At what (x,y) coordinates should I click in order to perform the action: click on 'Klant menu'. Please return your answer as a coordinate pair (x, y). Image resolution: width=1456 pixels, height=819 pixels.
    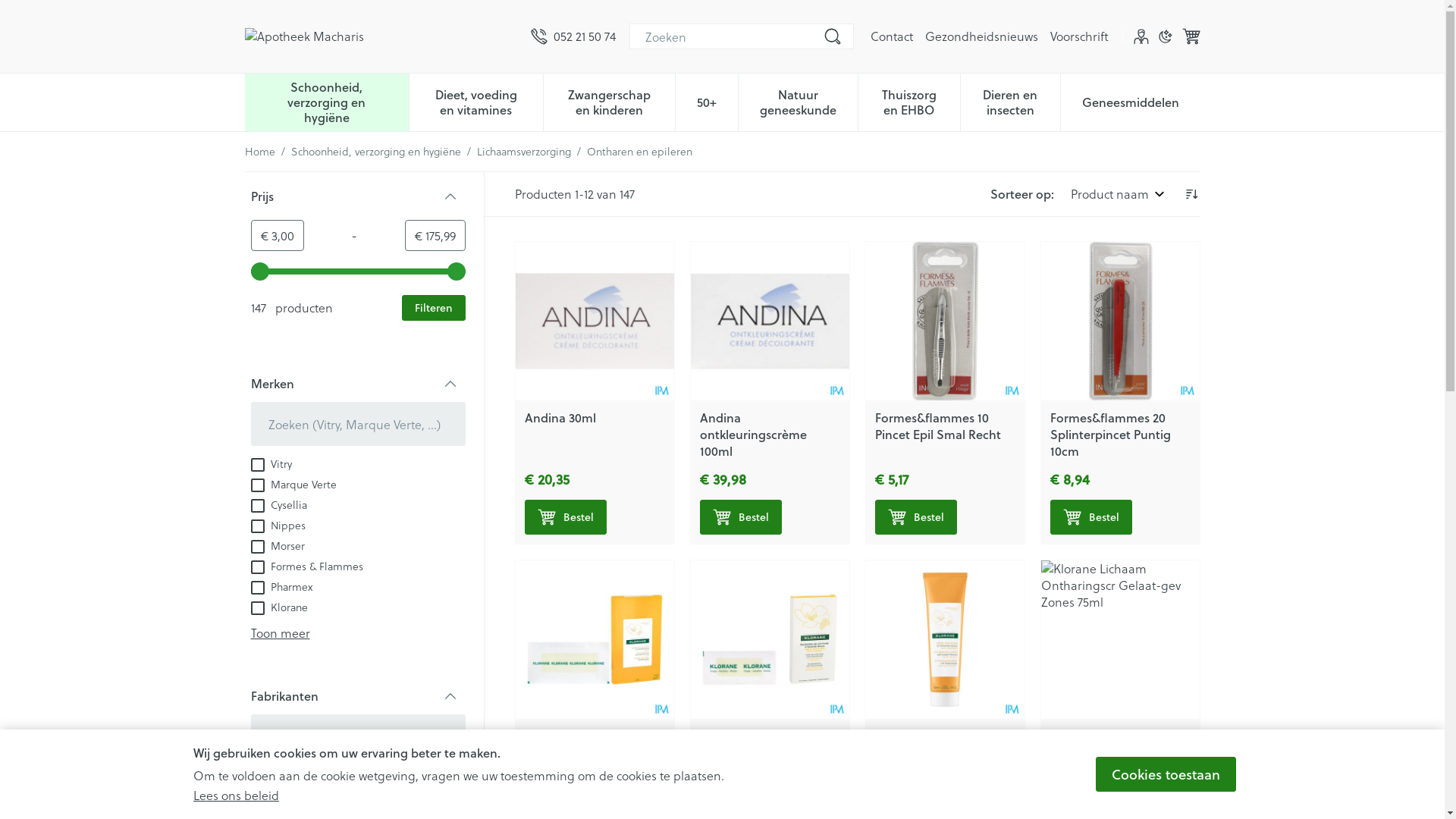
    Looking at the image, I should click on (1140, 35).